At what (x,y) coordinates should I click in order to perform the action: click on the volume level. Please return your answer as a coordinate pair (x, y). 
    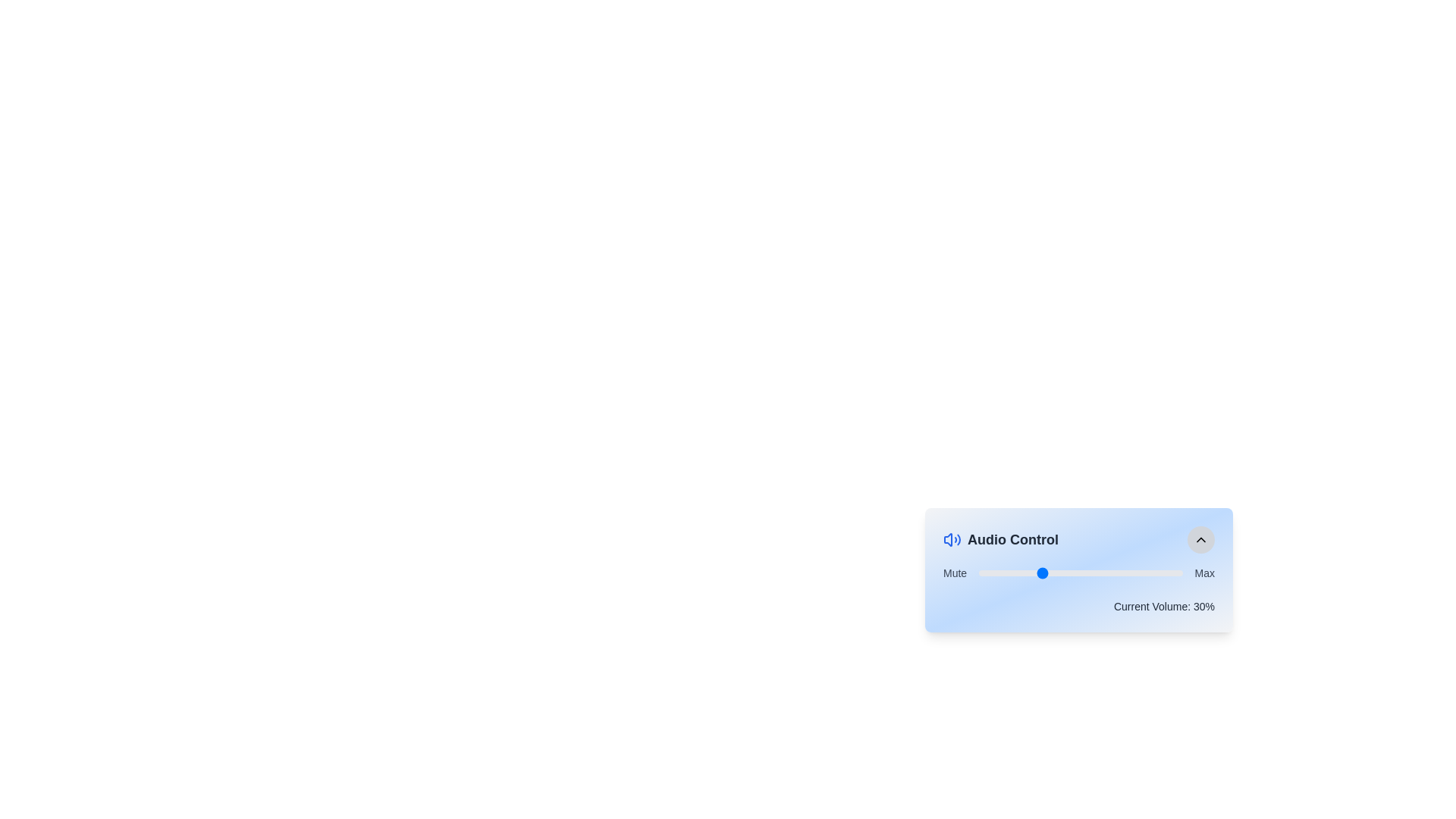
    Looking at the image, I should click on (1086, 573).